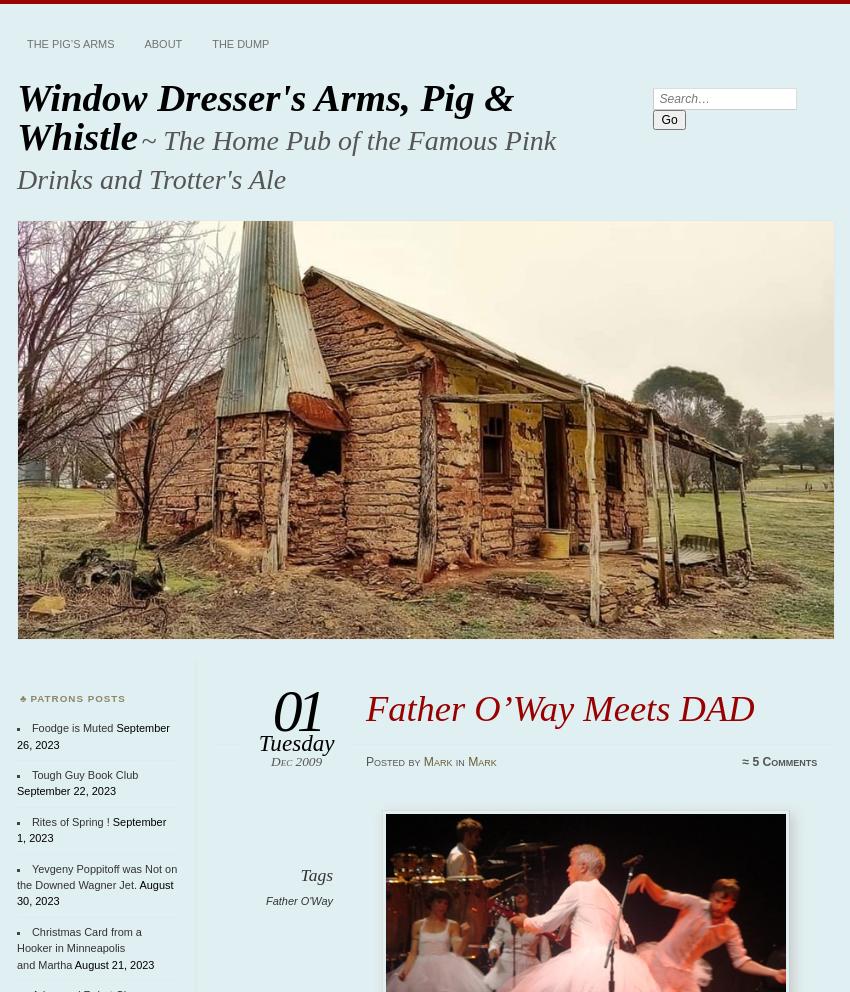  I want to click on 'About', so click(163, 44).